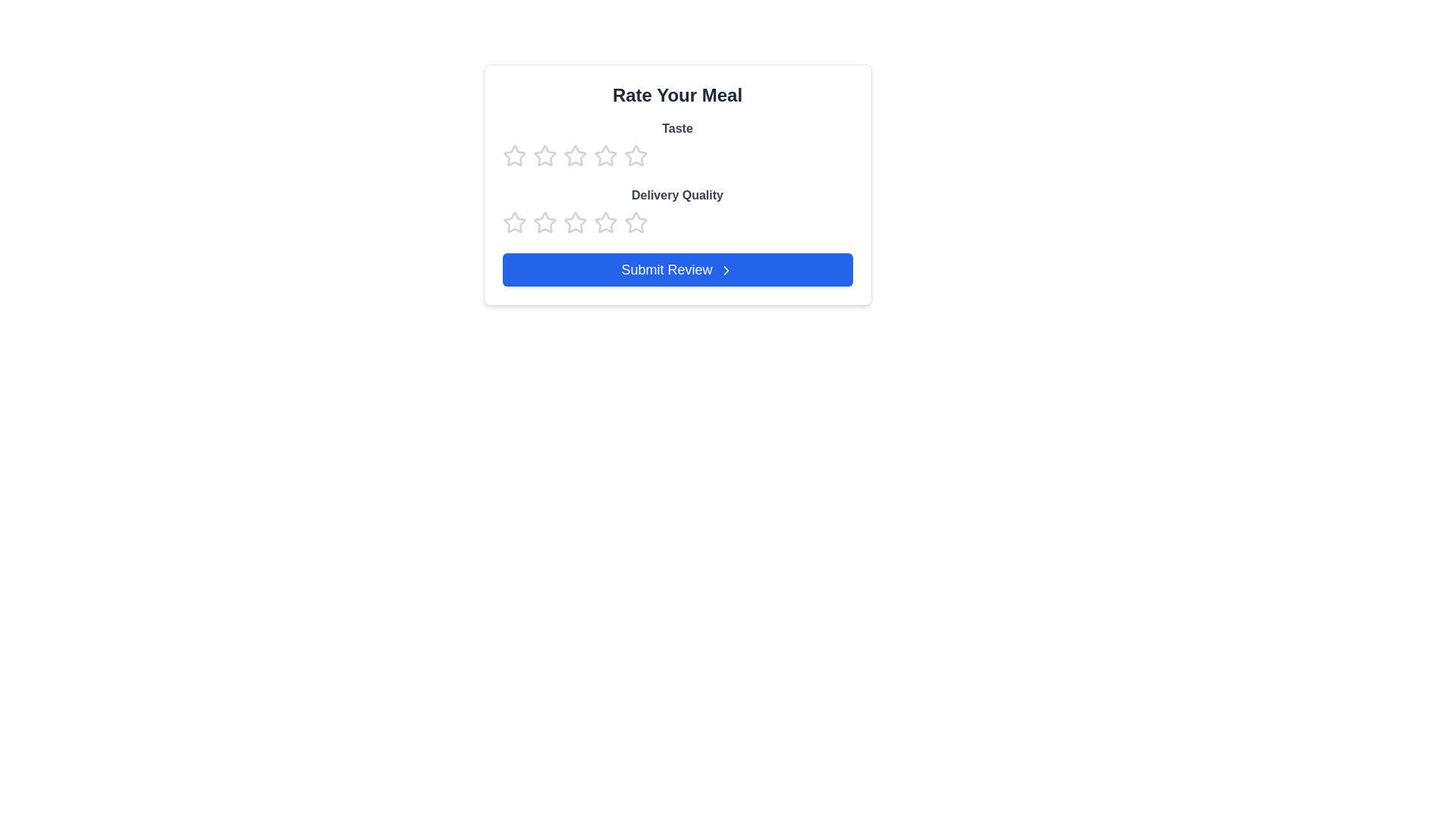 This screenshot has width=1456, height=819. I want to click on the hollow light gray star-shaped icon in the second row, third column of the star rating grid for 'Delivery Quality', so click(604, 222).